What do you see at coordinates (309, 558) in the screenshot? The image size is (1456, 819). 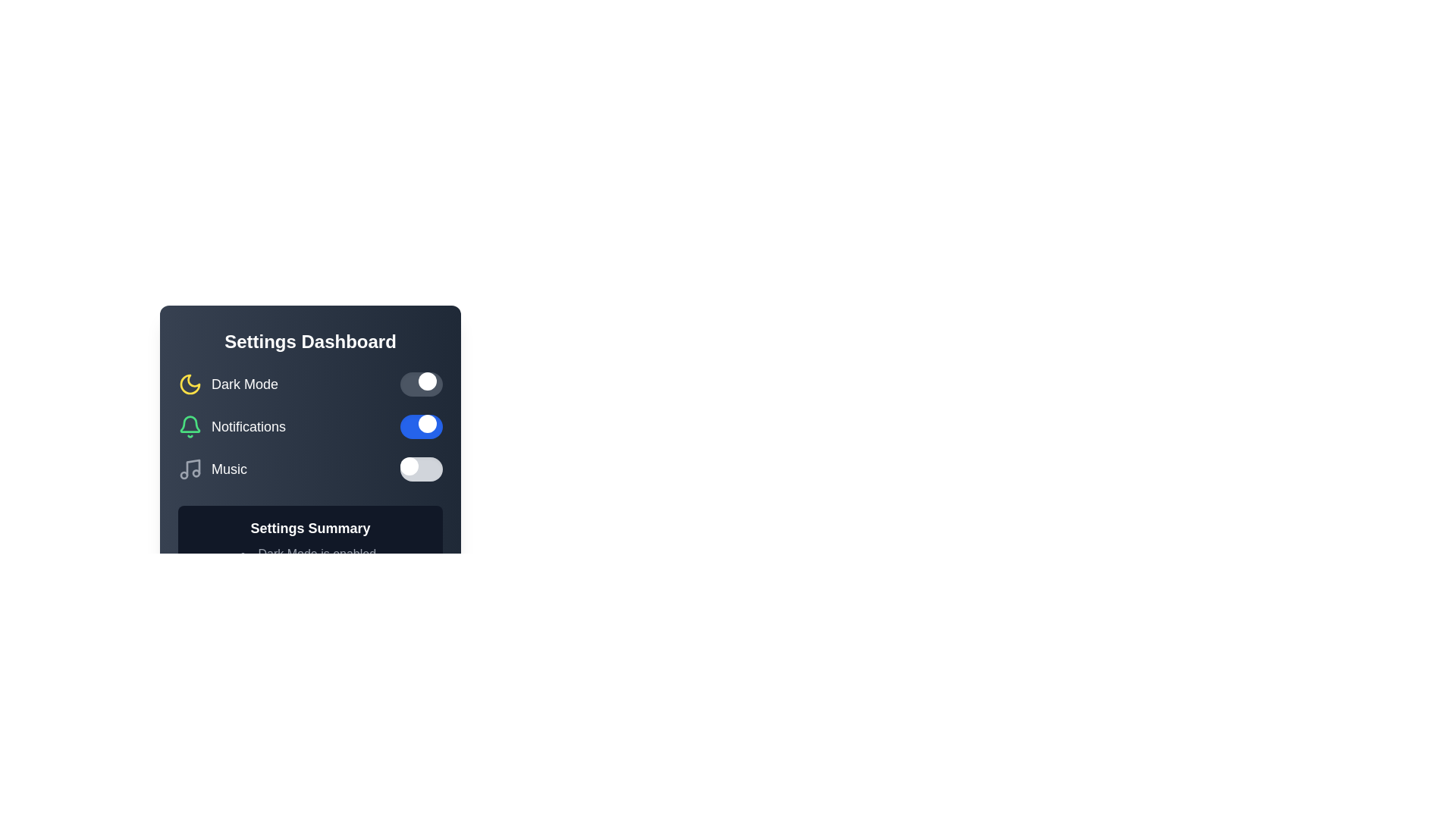 I see `the static informational panel labeled 'Settings Summary' that contains details about current settings, located at the bottom of the 'Settings Dashboard' card` at bounding box center [309, 558].